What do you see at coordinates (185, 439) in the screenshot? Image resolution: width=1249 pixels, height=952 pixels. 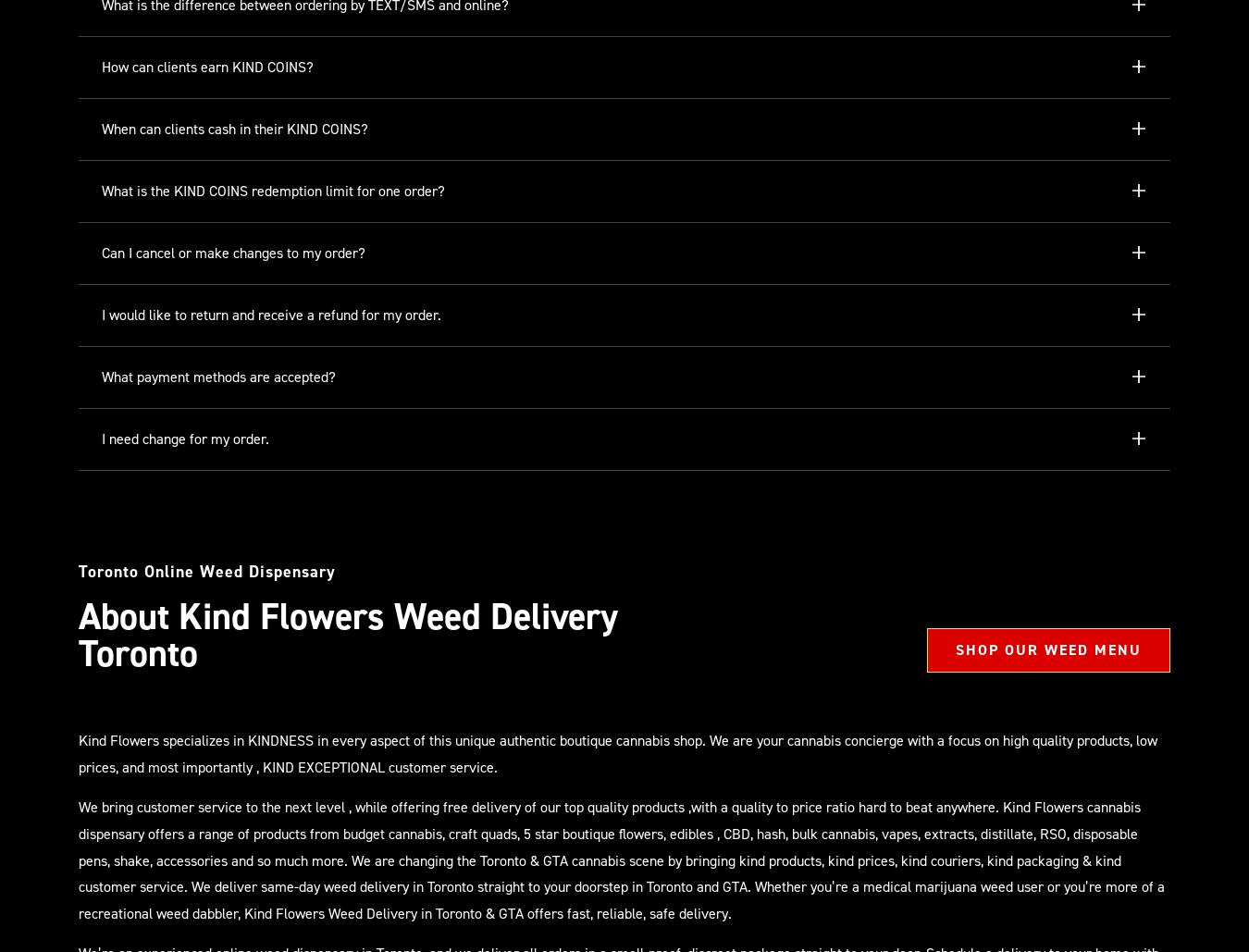 I see `'I need change for my order.'` at bounding box center [185, 439].